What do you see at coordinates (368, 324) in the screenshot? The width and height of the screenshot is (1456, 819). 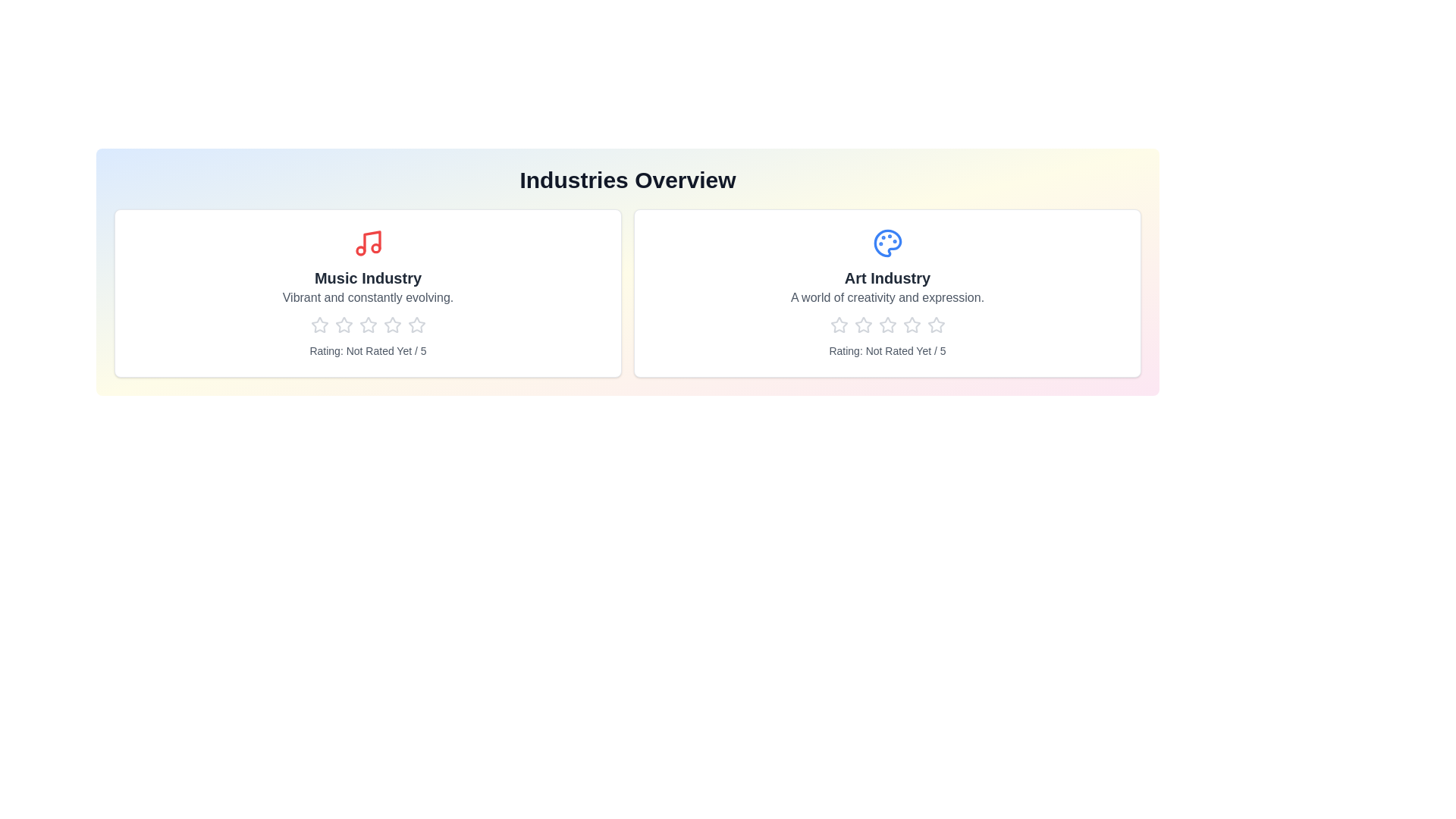 I see `the star corresponding to 3 stars to preview the rating` at bounding box center [368, 324].